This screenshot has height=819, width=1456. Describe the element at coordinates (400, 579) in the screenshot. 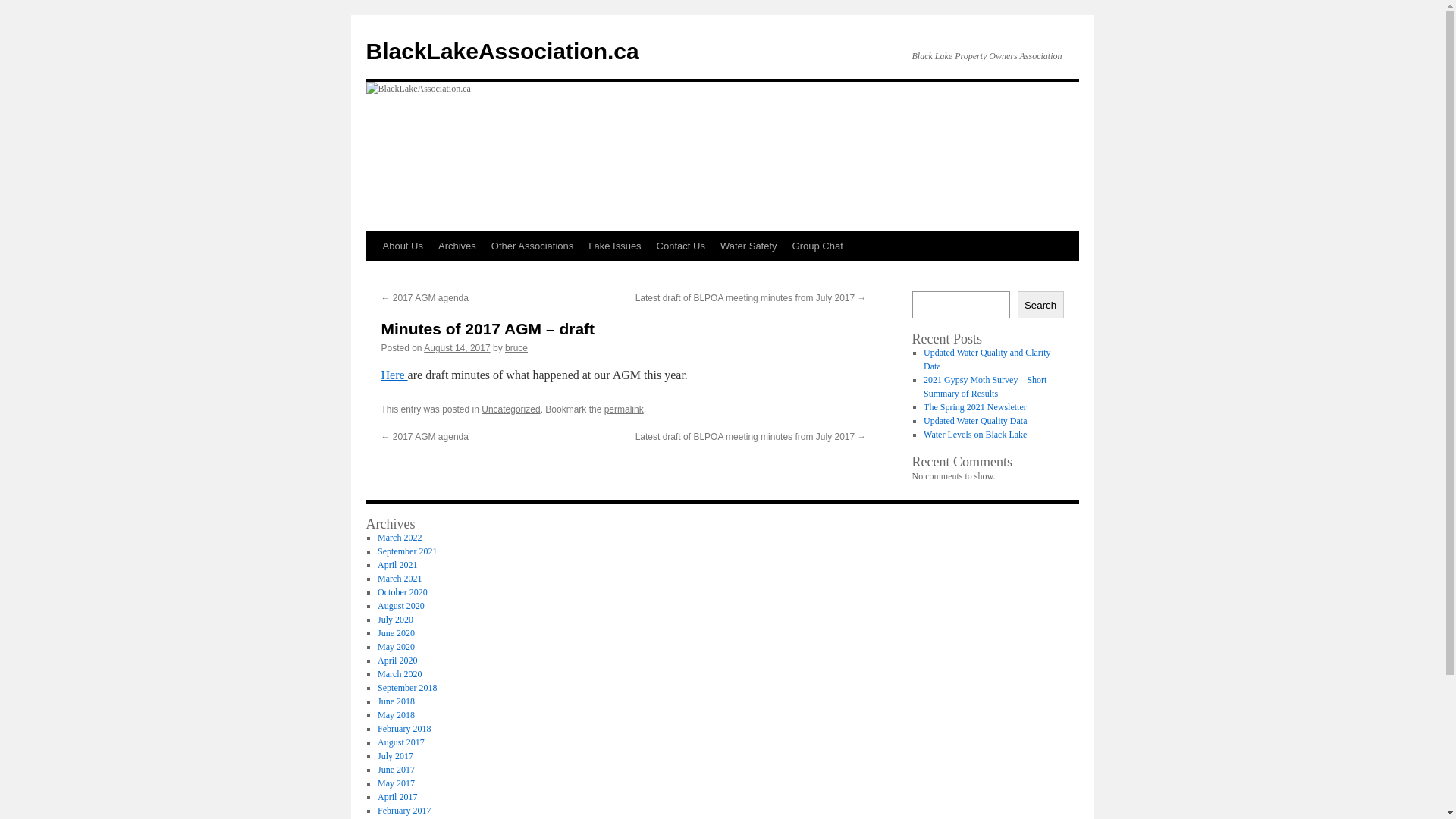

I see `'March 2021'` at that location.